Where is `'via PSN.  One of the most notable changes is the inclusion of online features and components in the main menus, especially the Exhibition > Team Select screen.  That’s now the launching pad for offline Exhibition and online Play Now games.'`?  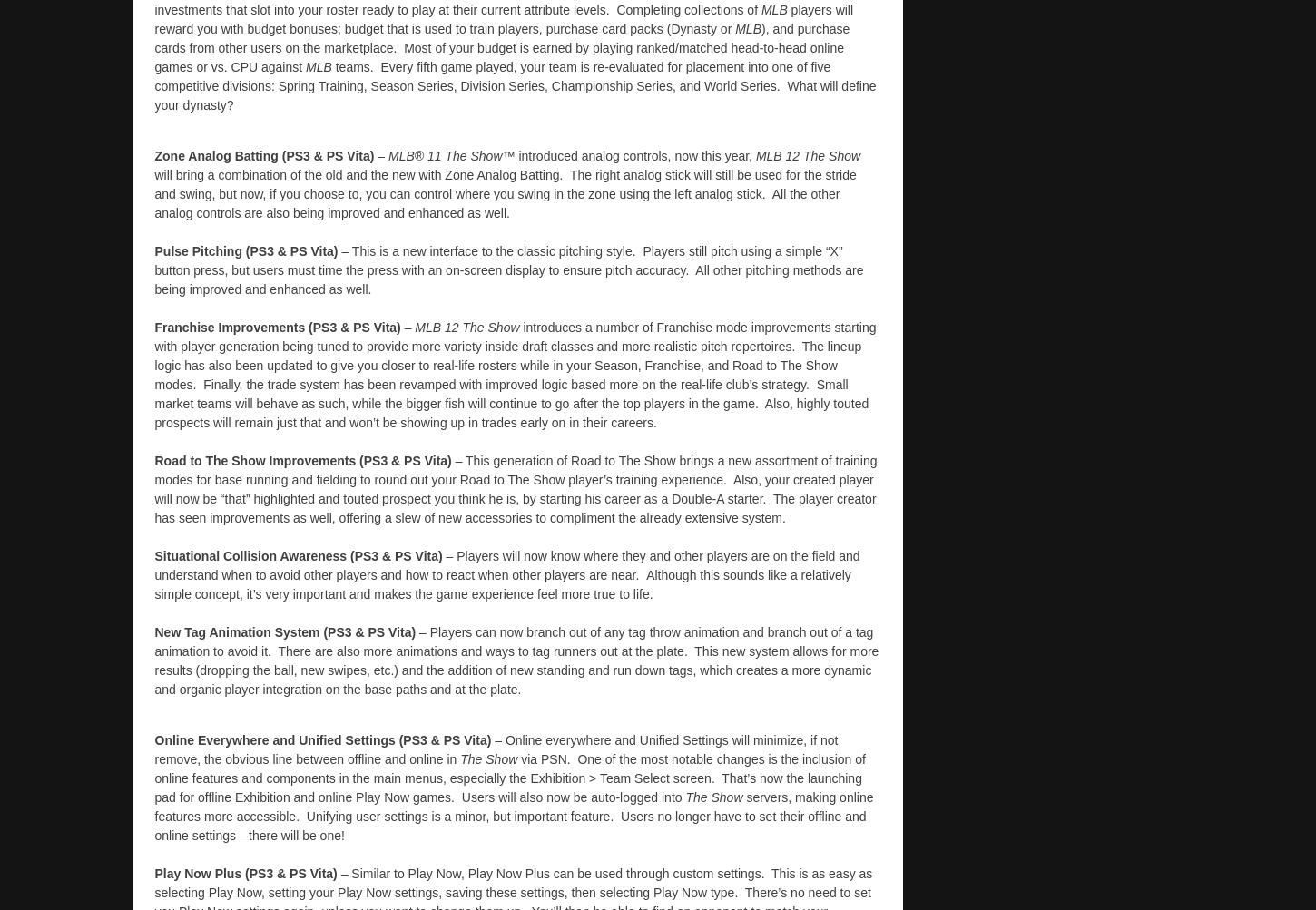 'via PSN.  One of the most notable changes is the inclusion of online features and components in the main menus, especially the Exhibition > Team Select screen.  That’s now the launching pad for offline Exhibition and online Play Now games.' is located at coordinates (509, 777).